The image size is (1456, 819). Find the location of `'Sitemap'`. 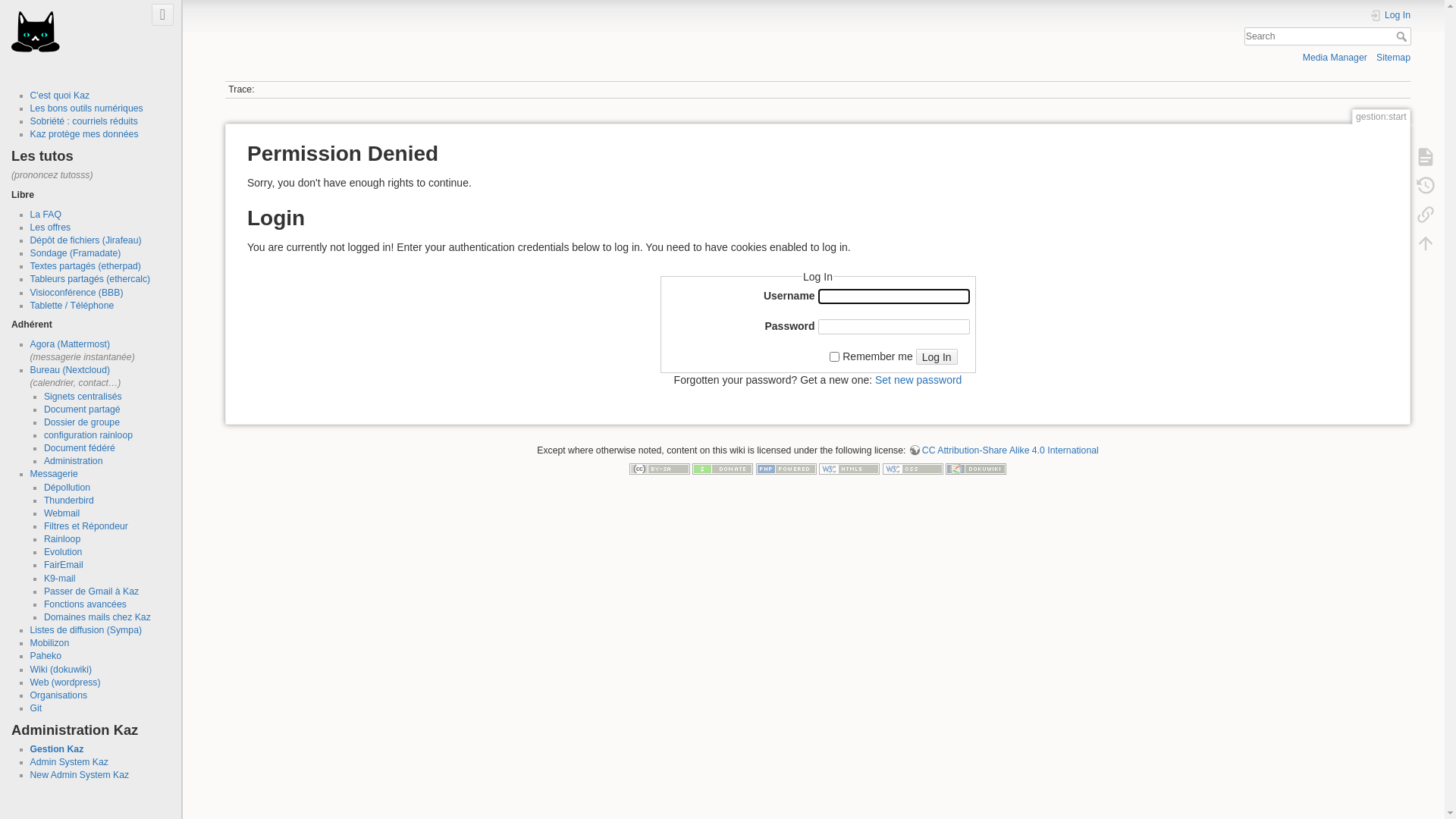

'Sitemap' is located at coordinates (1393, 57).